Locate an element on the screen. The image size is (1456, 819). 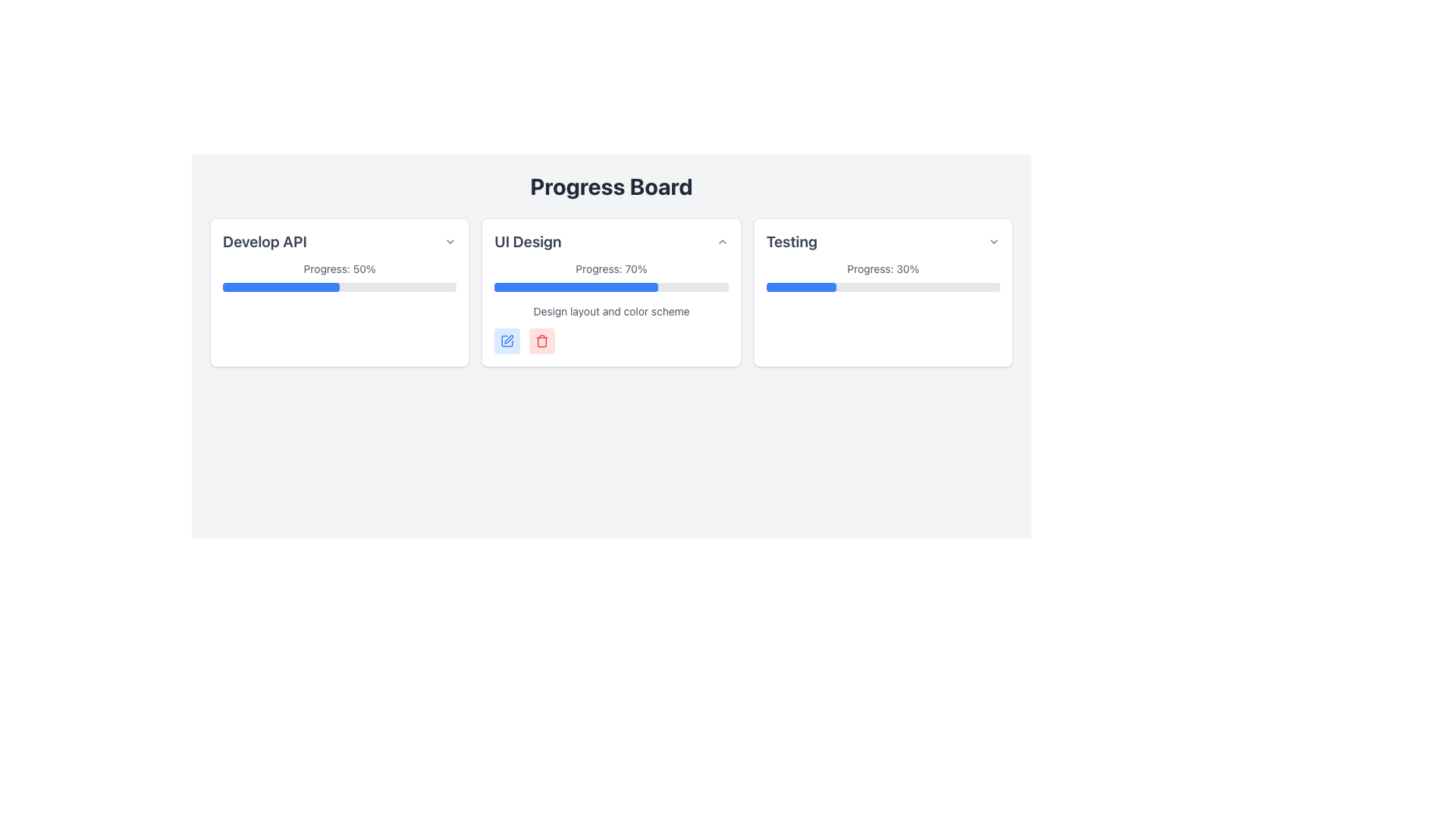
the small pen icon button located within the 'UI Design' card under the 'Progress Board', positioned to the left of the delete icon is located at coordinates (509, 338).